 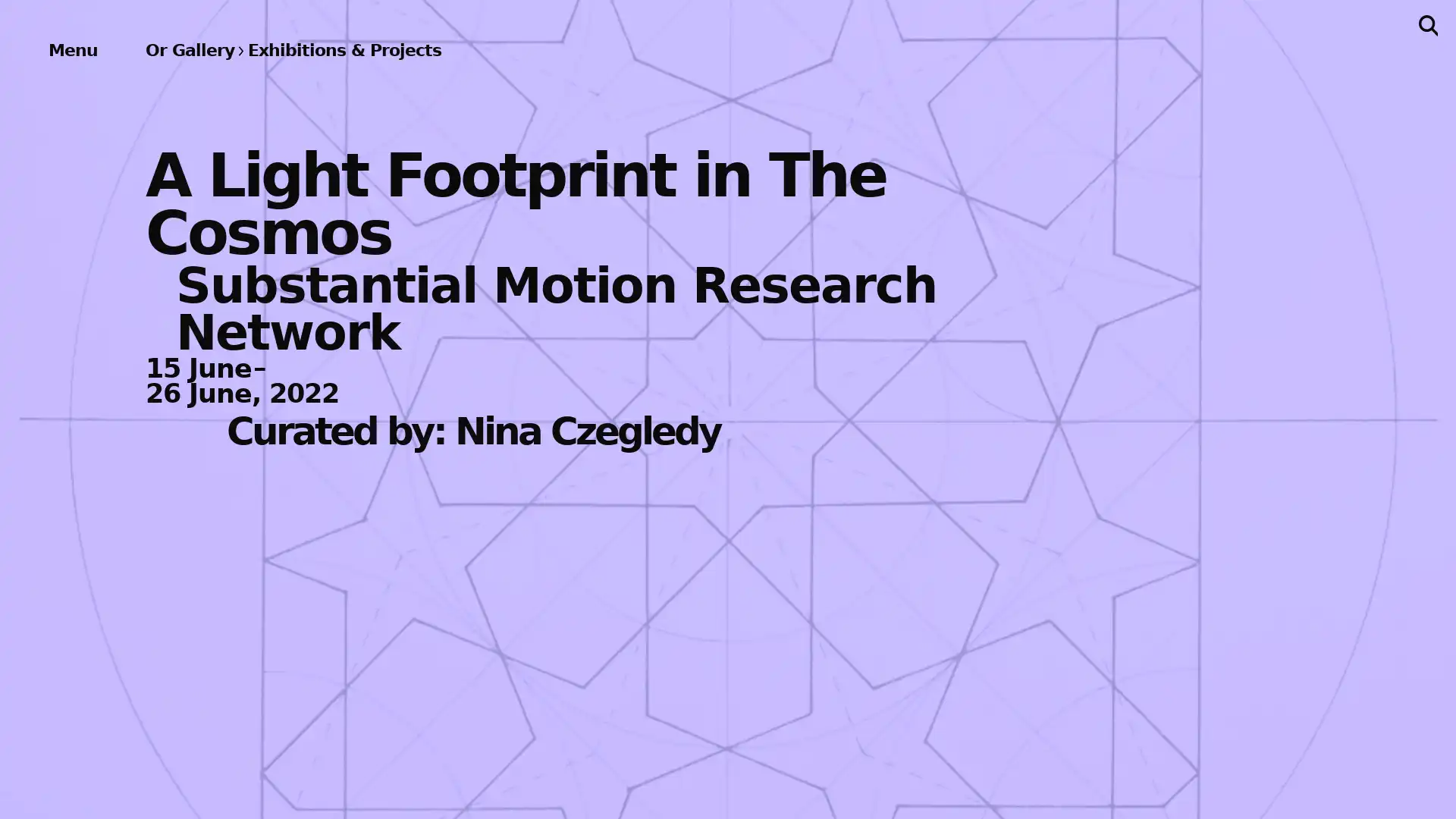 What do you see at coordinates (329, 428) in the screenshot?
I see `Bookstore` at bounding box center [329, 428].